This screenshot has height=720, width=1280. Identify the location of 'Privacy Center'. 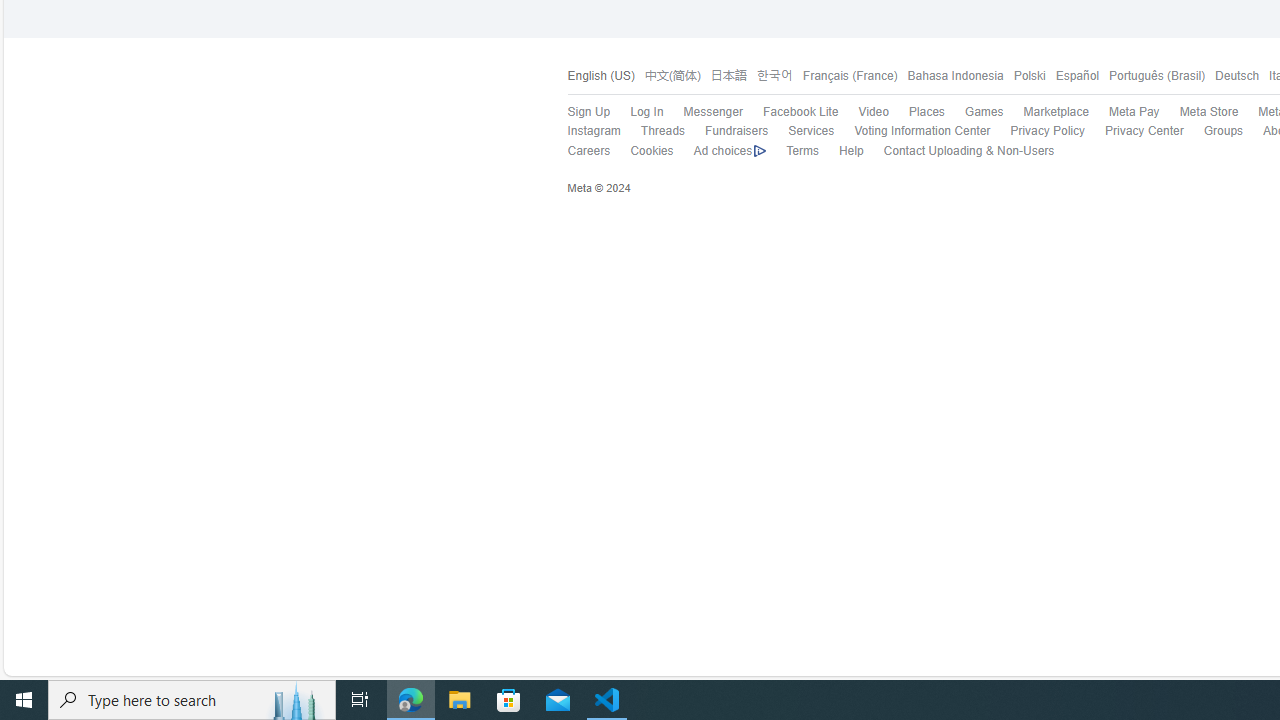
(1134, 131).